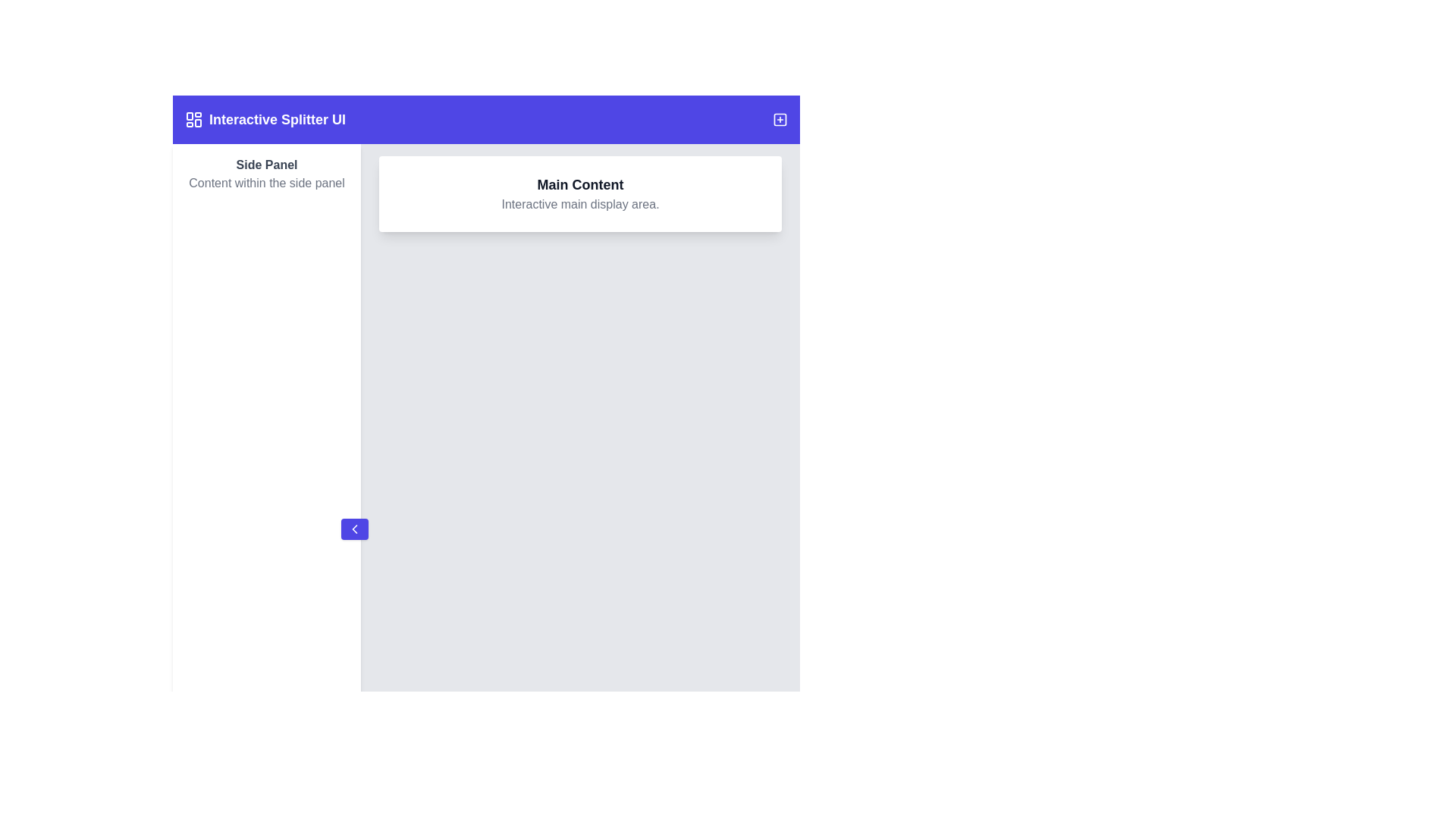 The height and width of the screenshot is (819, 1456). I want to click on text label that serves as the title for the side panel, providing context for its content, so click(267, 165).